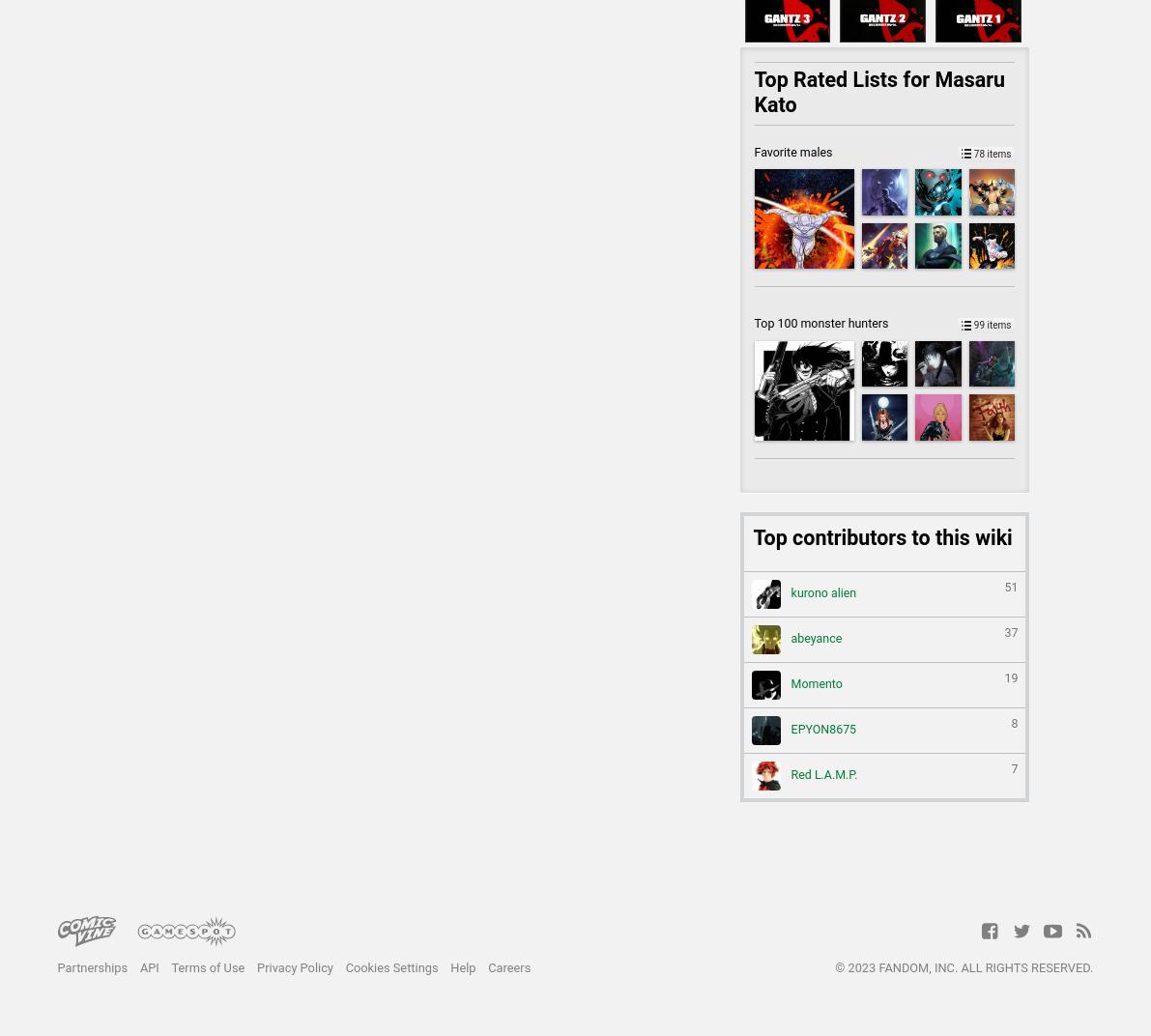 Image resolution: width=1151 pixels, height=1036 pixels. Describe the element at coordinates (1004, 676) in the screenshot. I see `'19'` at that location.